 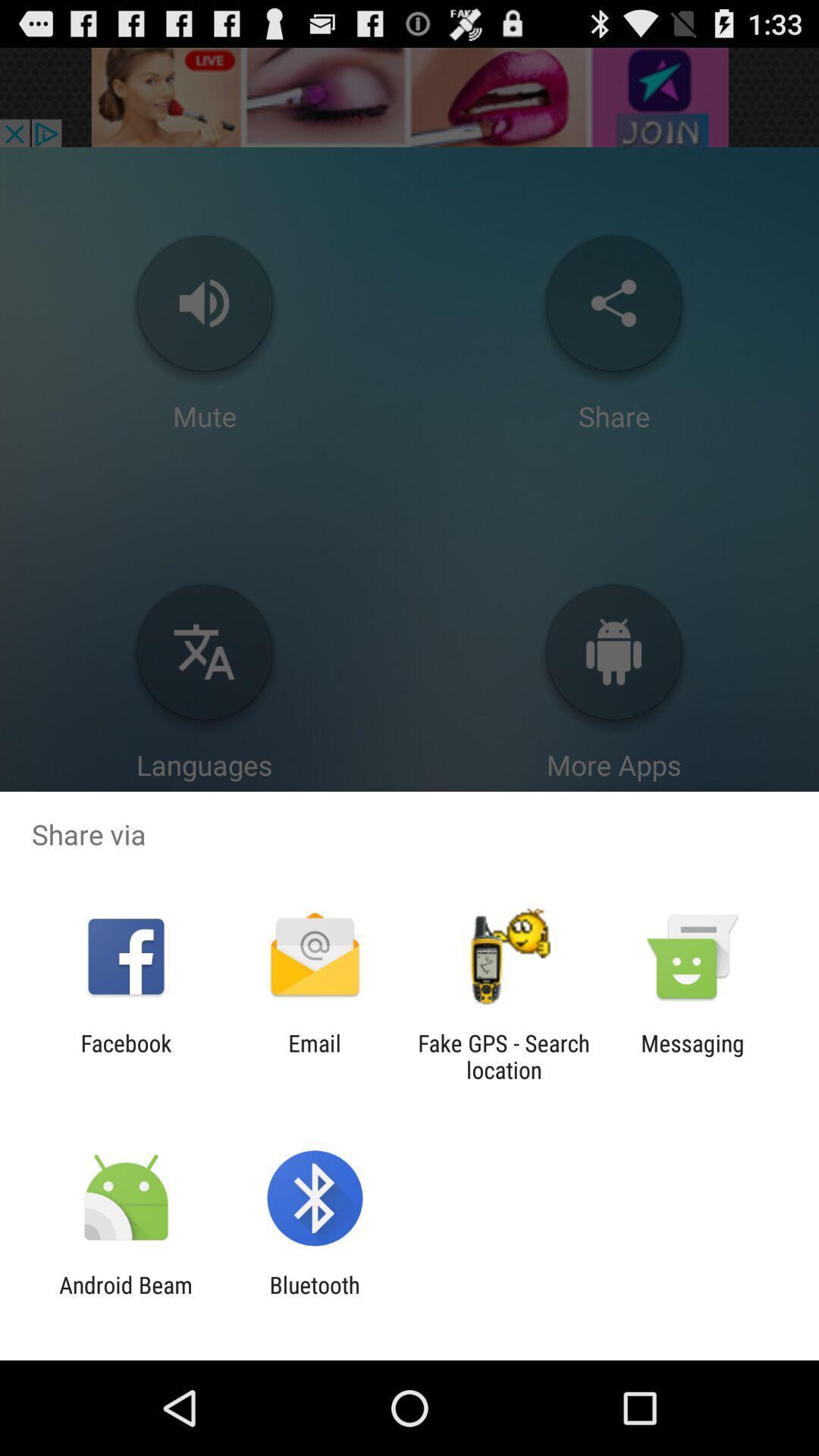 What do you see at coordinates (314, 1298) in the screenshot?
I see `app next to android beam item` at bounding box center [314, 1298].